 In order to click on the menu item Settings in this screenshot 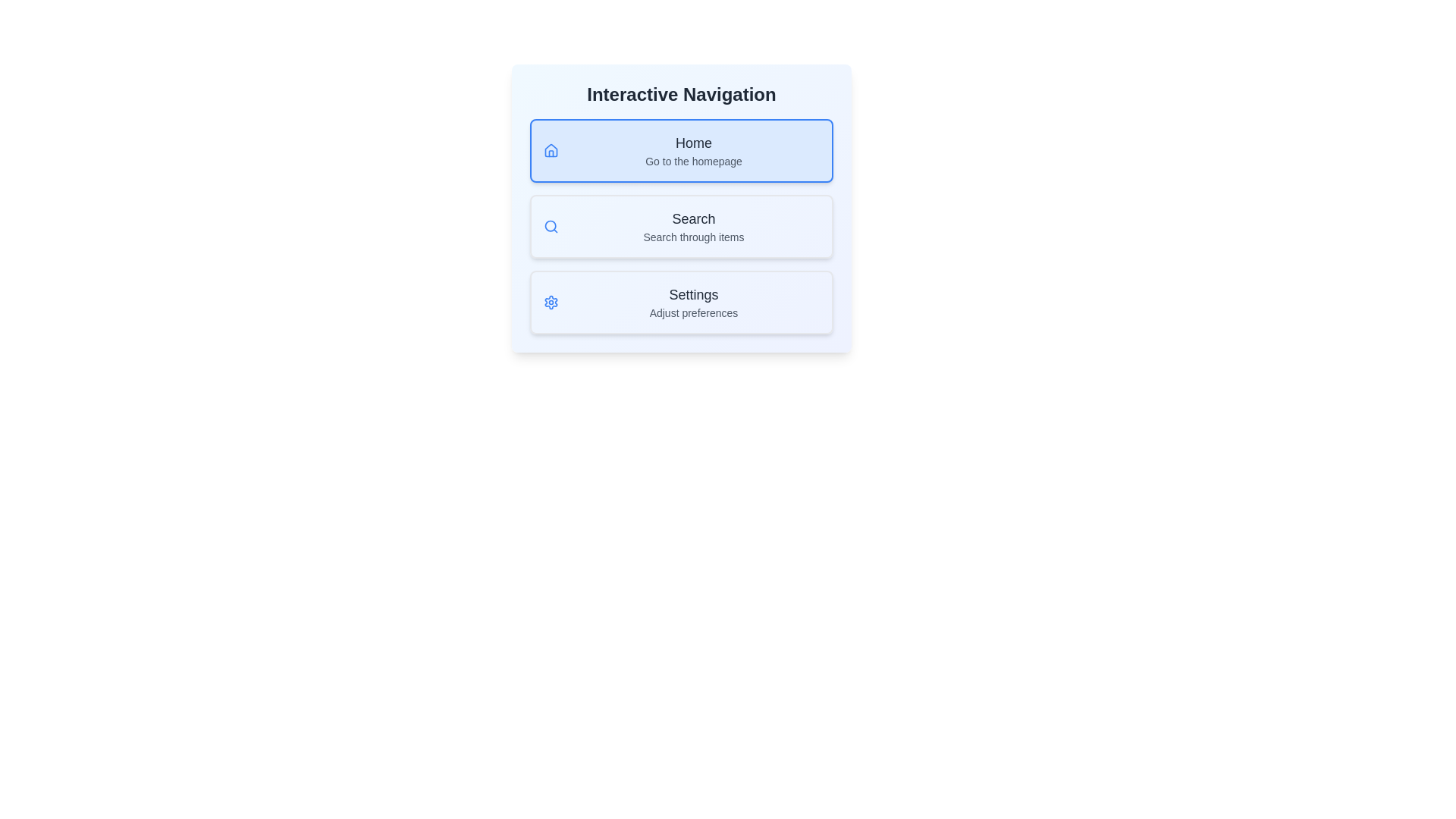, I will do `click(680, 302)`.